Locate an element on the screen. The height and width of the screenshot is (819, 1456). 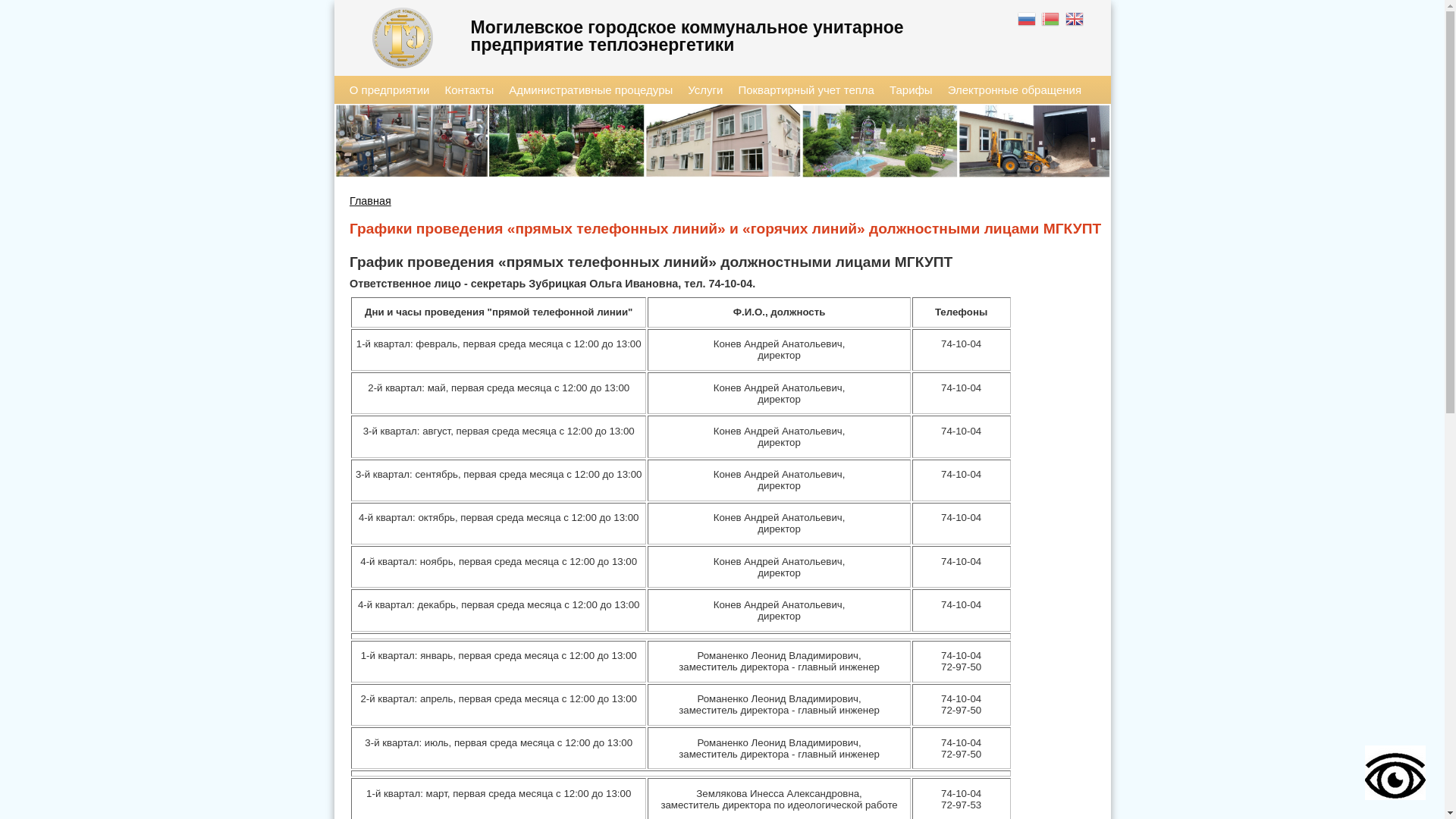
'Russian' is located at coordinates (1028, 20).